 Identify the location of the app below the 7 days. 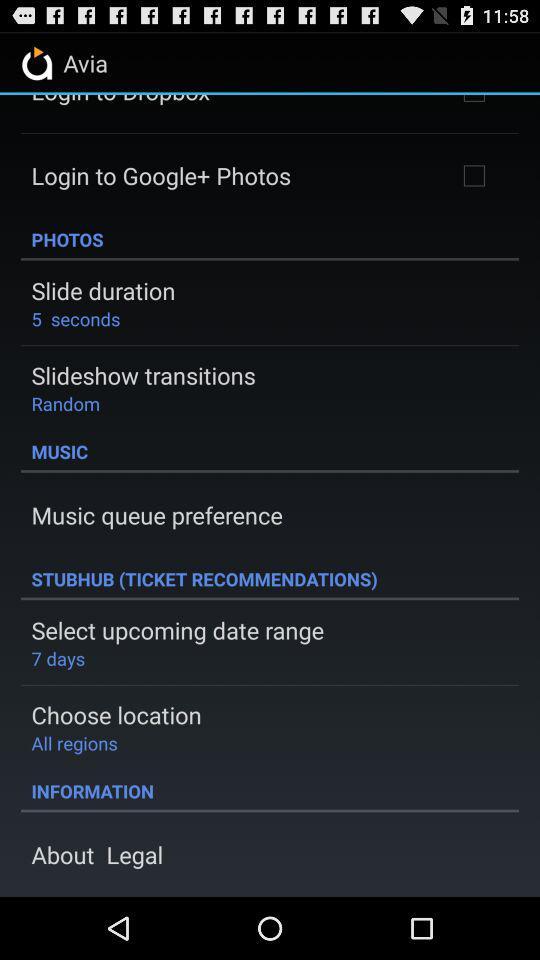
(116, 714).